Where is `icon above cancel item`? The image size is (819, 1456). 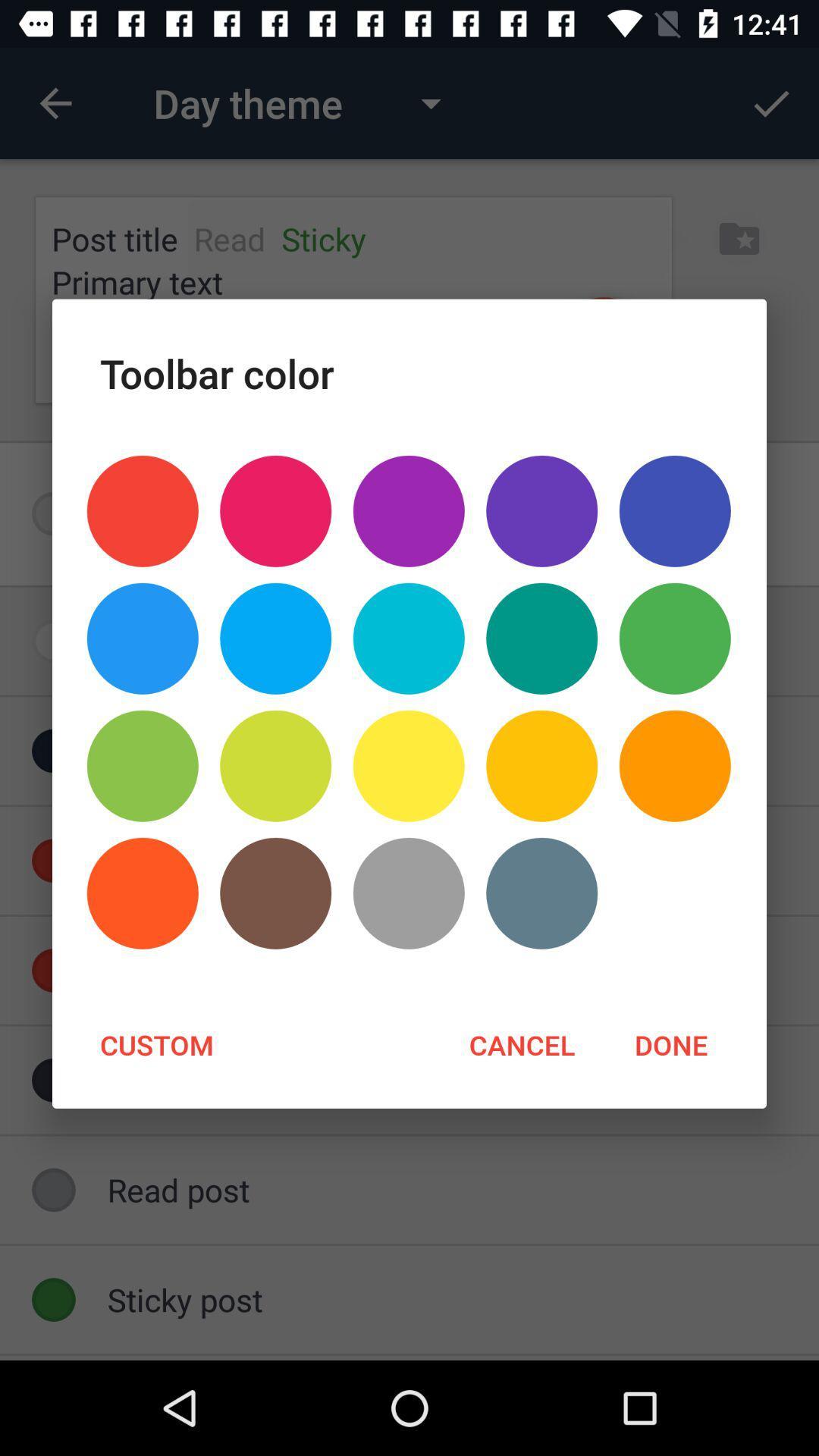 icon above cancel item is located at coordinates (408, 893).